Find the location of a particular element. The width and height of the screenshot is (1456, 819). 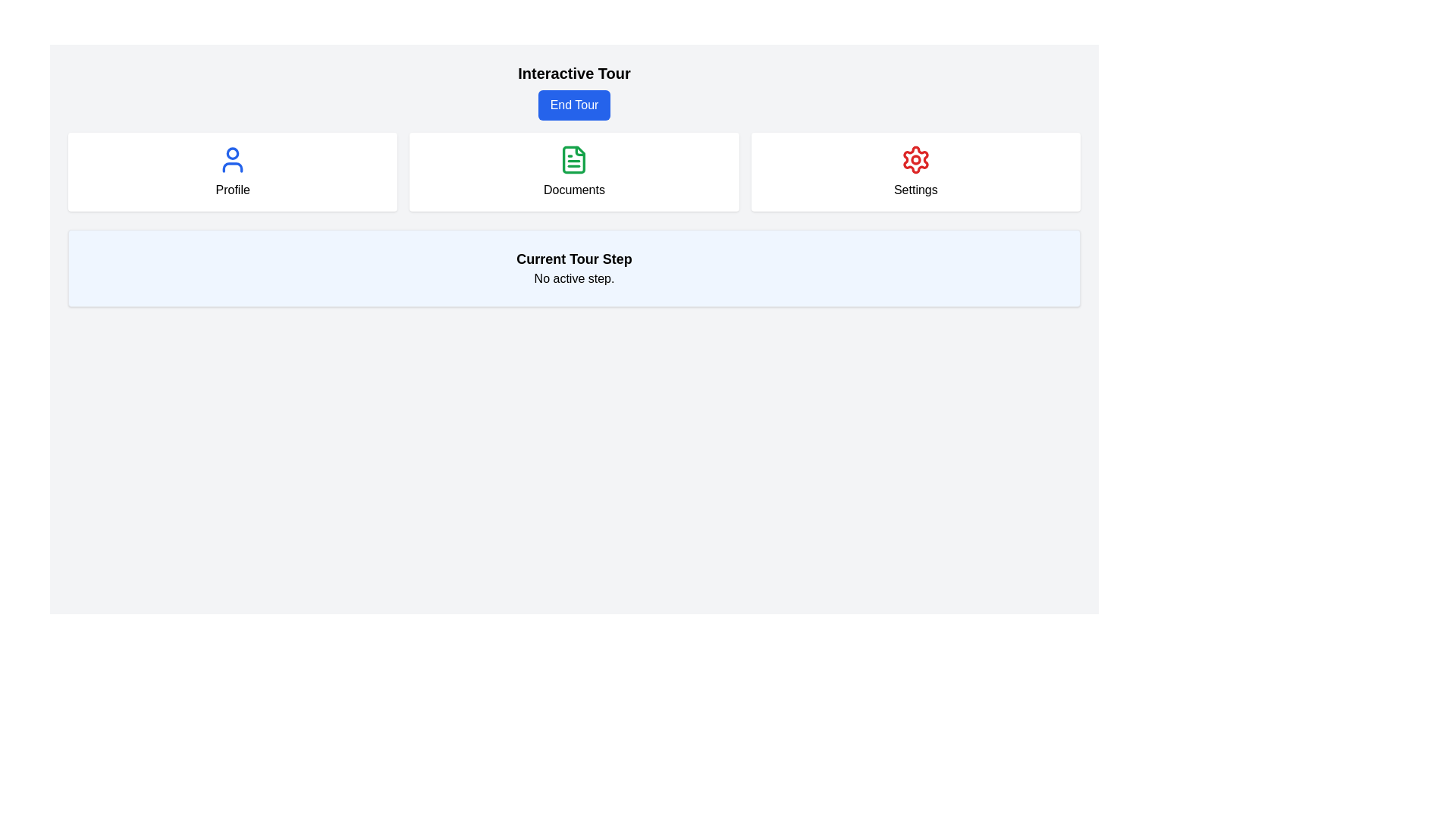

the circular decorative element representing the user profile, located above the 'Profile' text label in the upper central portion of the user interface is located at coordinates (232, 153).